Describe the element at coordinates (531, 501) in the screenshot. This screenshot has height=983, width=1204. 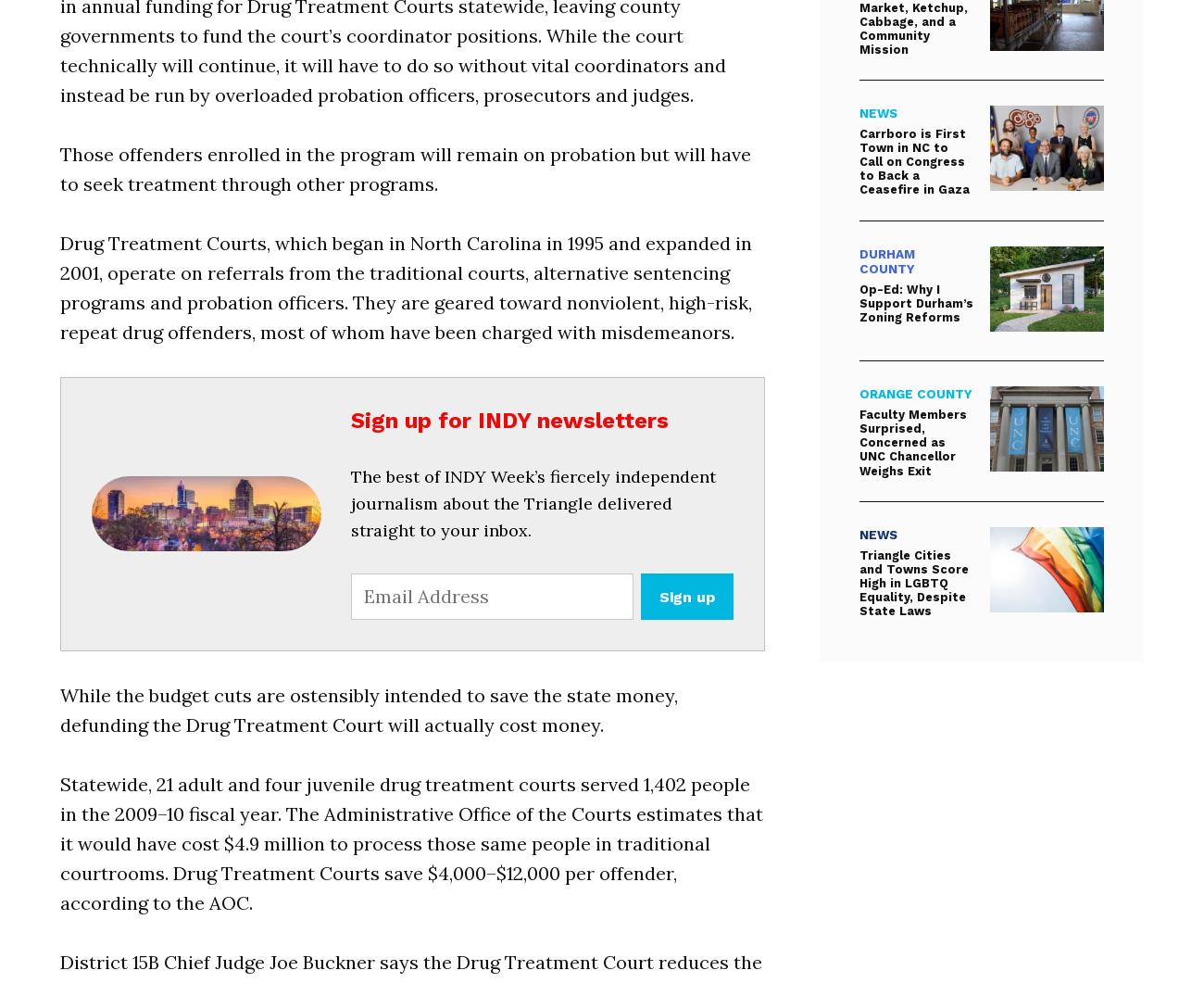
I see `'The best of INDY Week’s fiercely independent journalism about the Triangle delivered straight to your inbox.'` at that location.